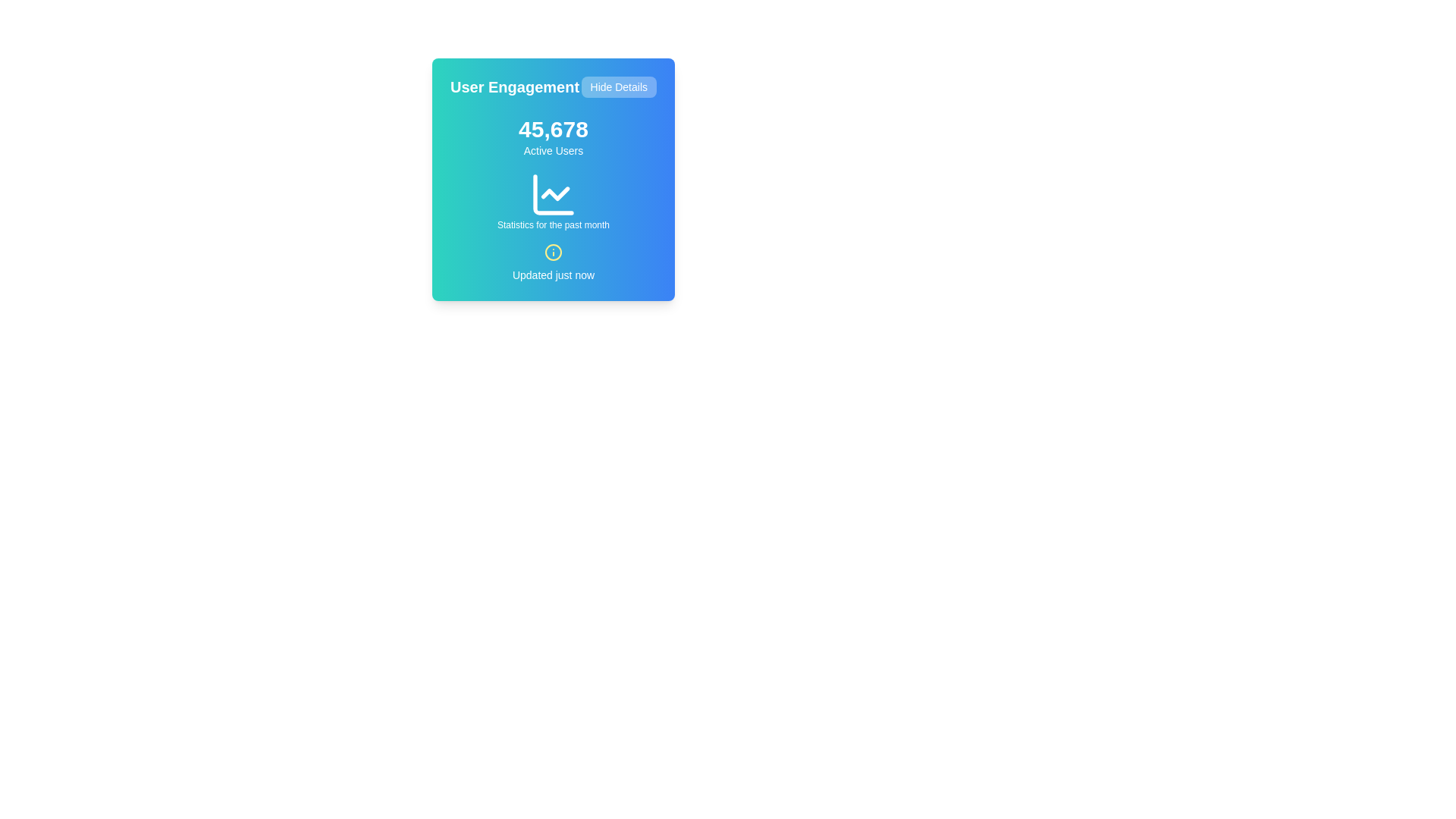 The width and height of the screenshot is (1456, 819). I want to click on the informational graphic displaying user engagement statistics for the past month, so click(552, 200).